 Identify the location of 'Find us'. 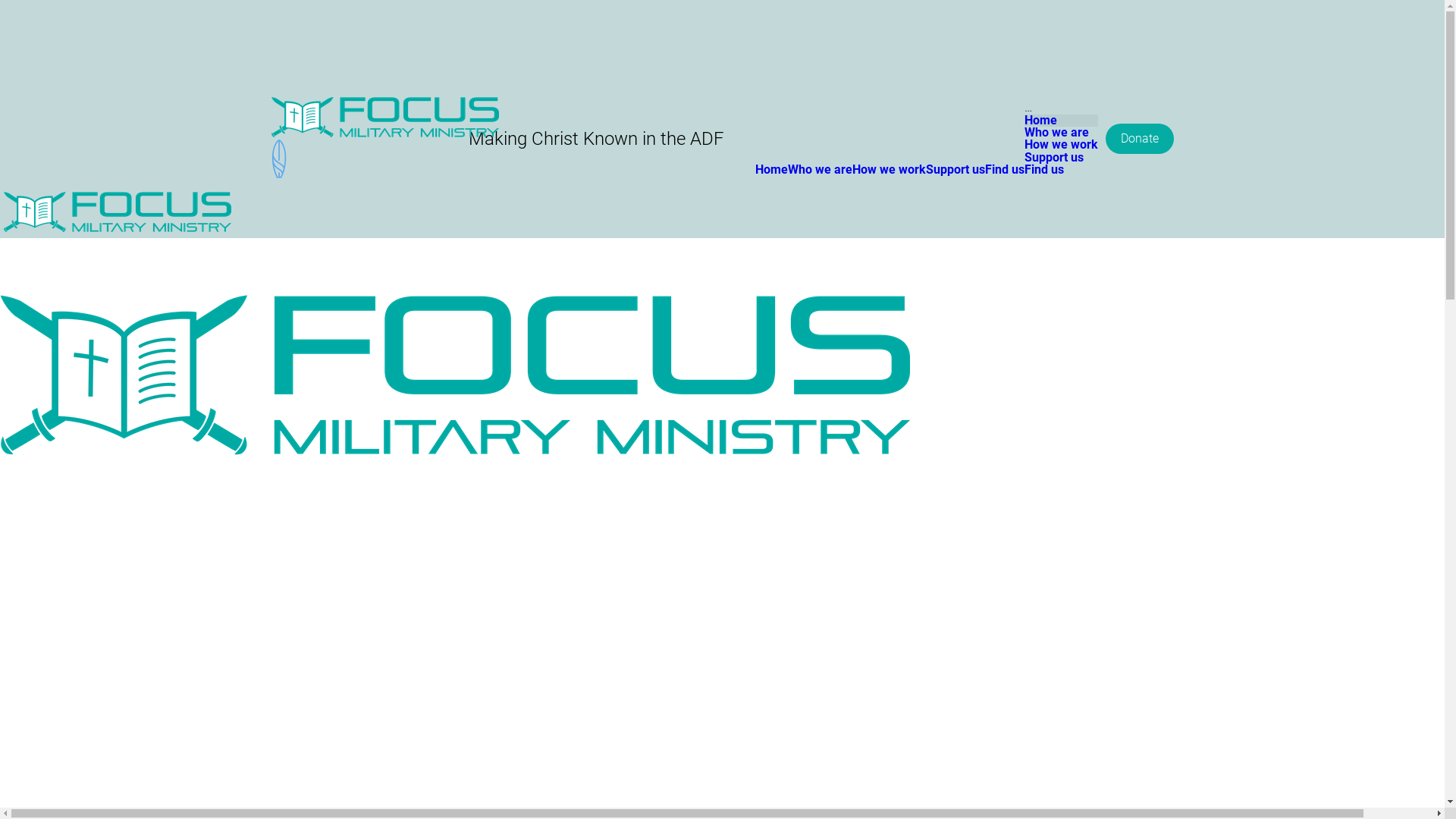
(1004, 169).